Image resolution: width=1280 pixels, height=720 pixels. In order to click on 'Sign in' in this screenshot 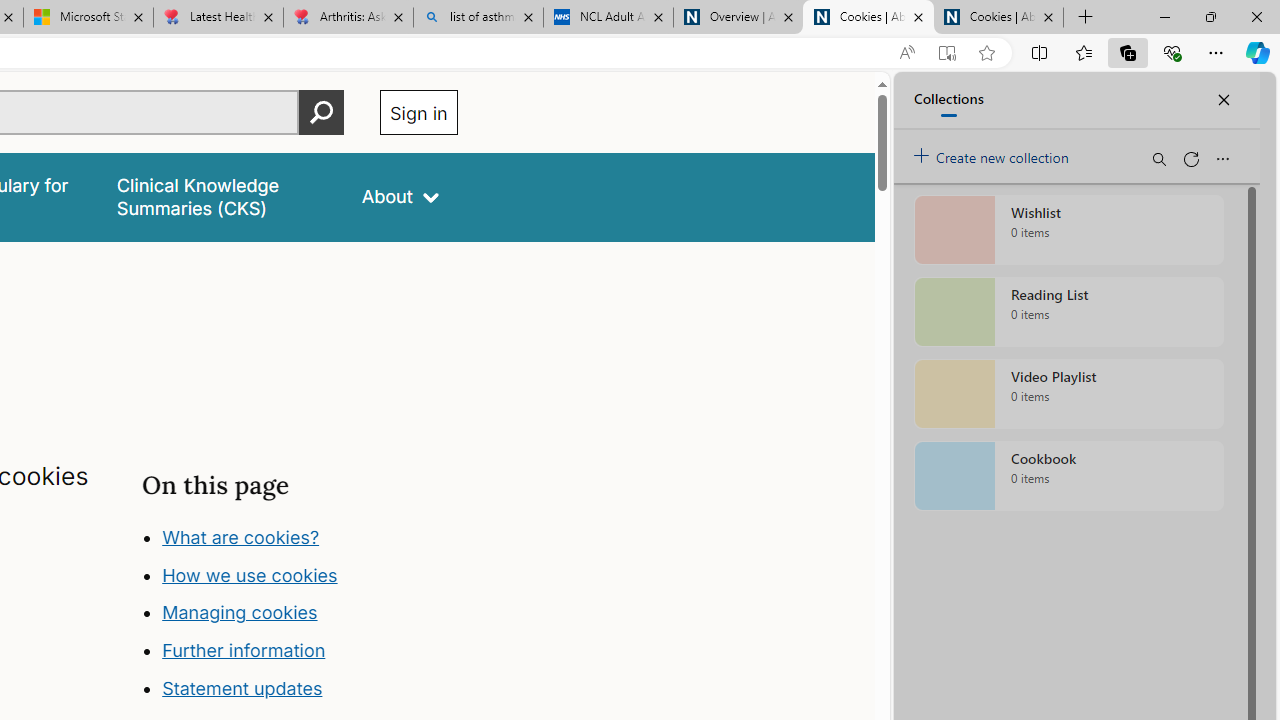, I will do `click(417, 112)`.